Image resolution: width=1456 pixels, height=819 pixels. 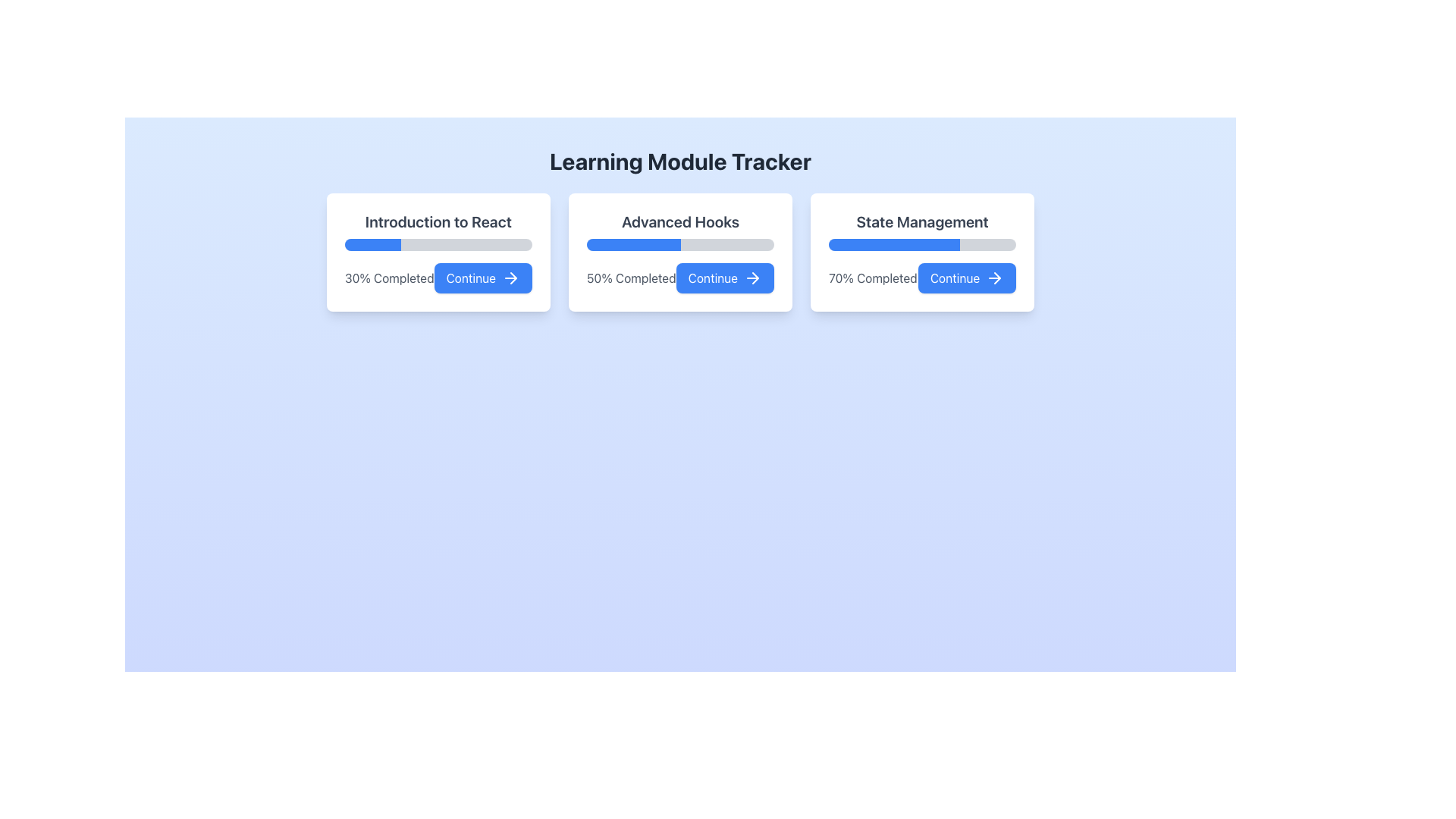 What do you see at coordinates (724, 278) in the screenshot?
I see `the 'Continue' button with a blue background and white text located at the bottom-right of the 'Advanced Hooks' card by` at bounding box center [724, 278].